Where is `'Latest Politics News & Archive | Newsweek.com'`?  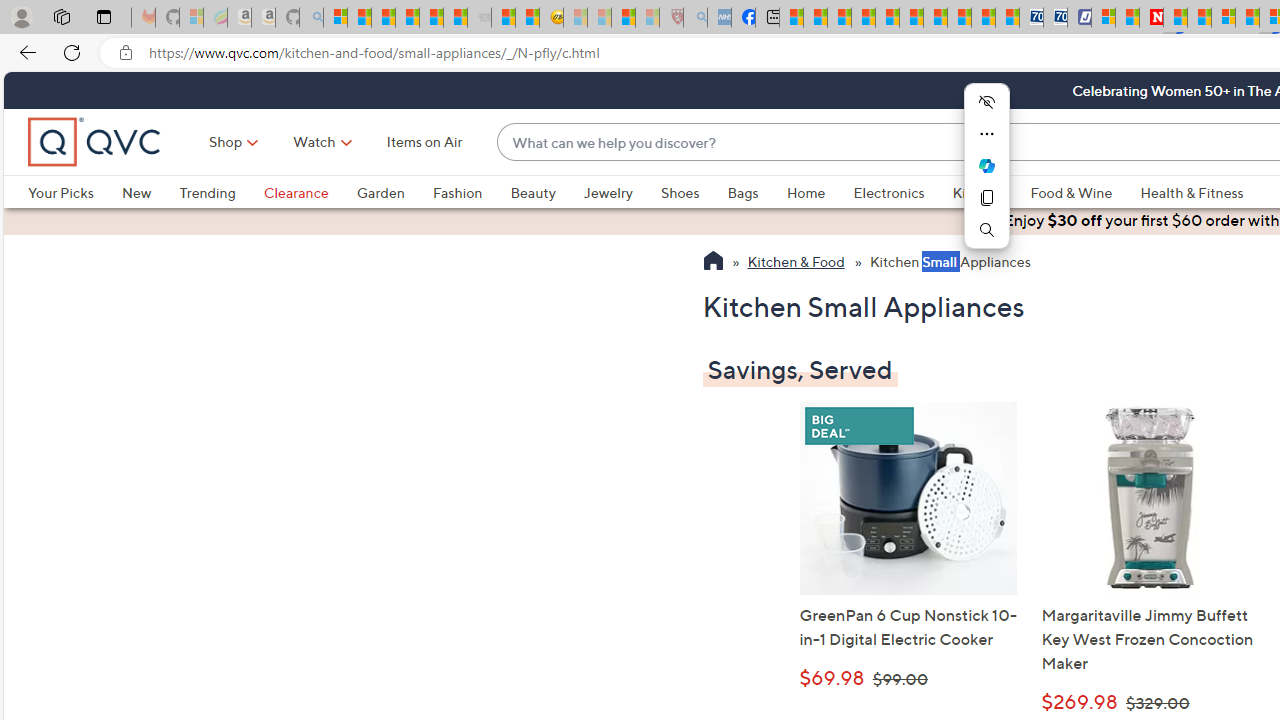
'Latest Politics News & Archive | Newsweek.com' is located at coordinates (1152, 17).